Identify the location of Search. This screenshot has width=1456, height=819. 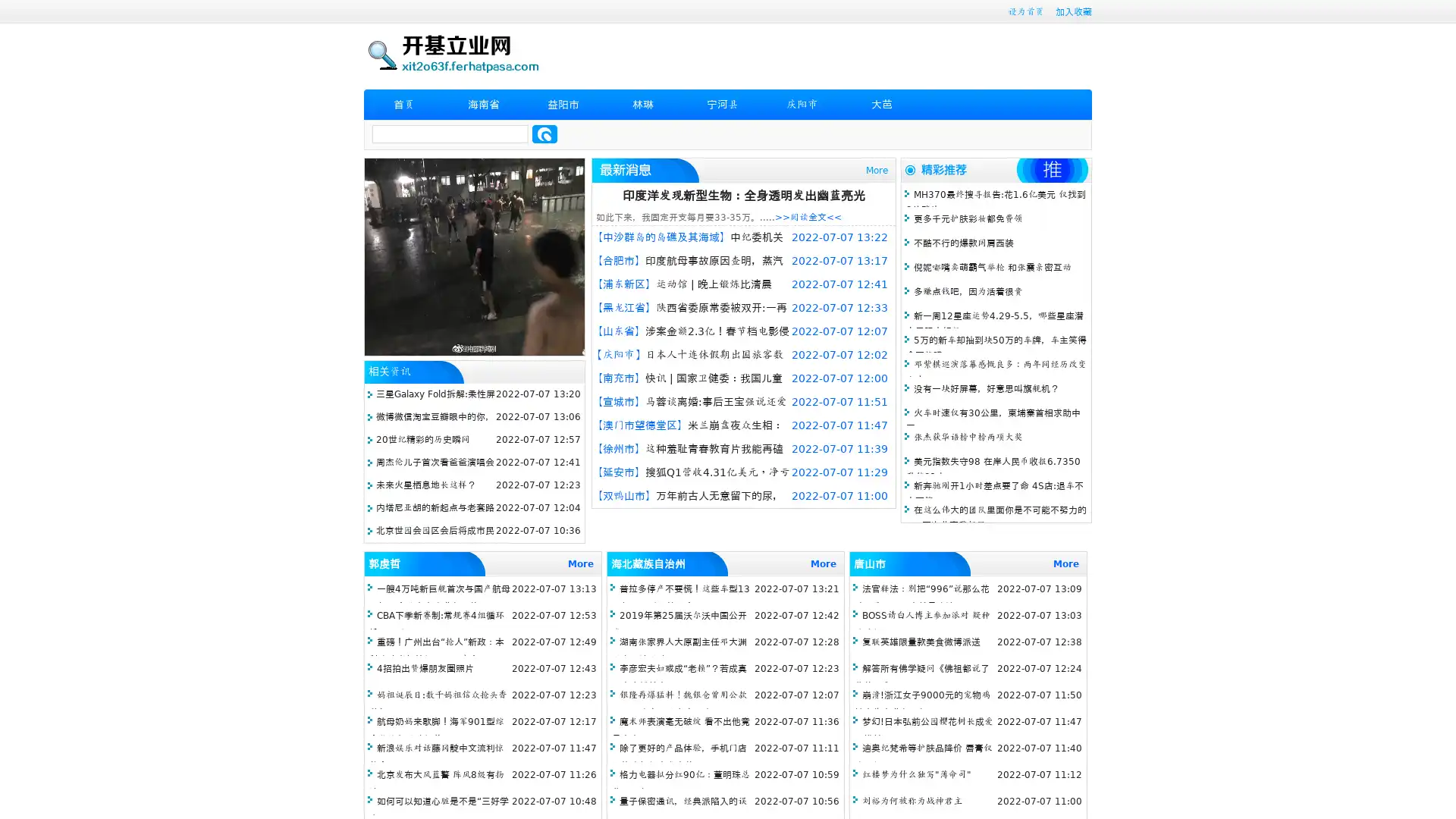
(544, 133).